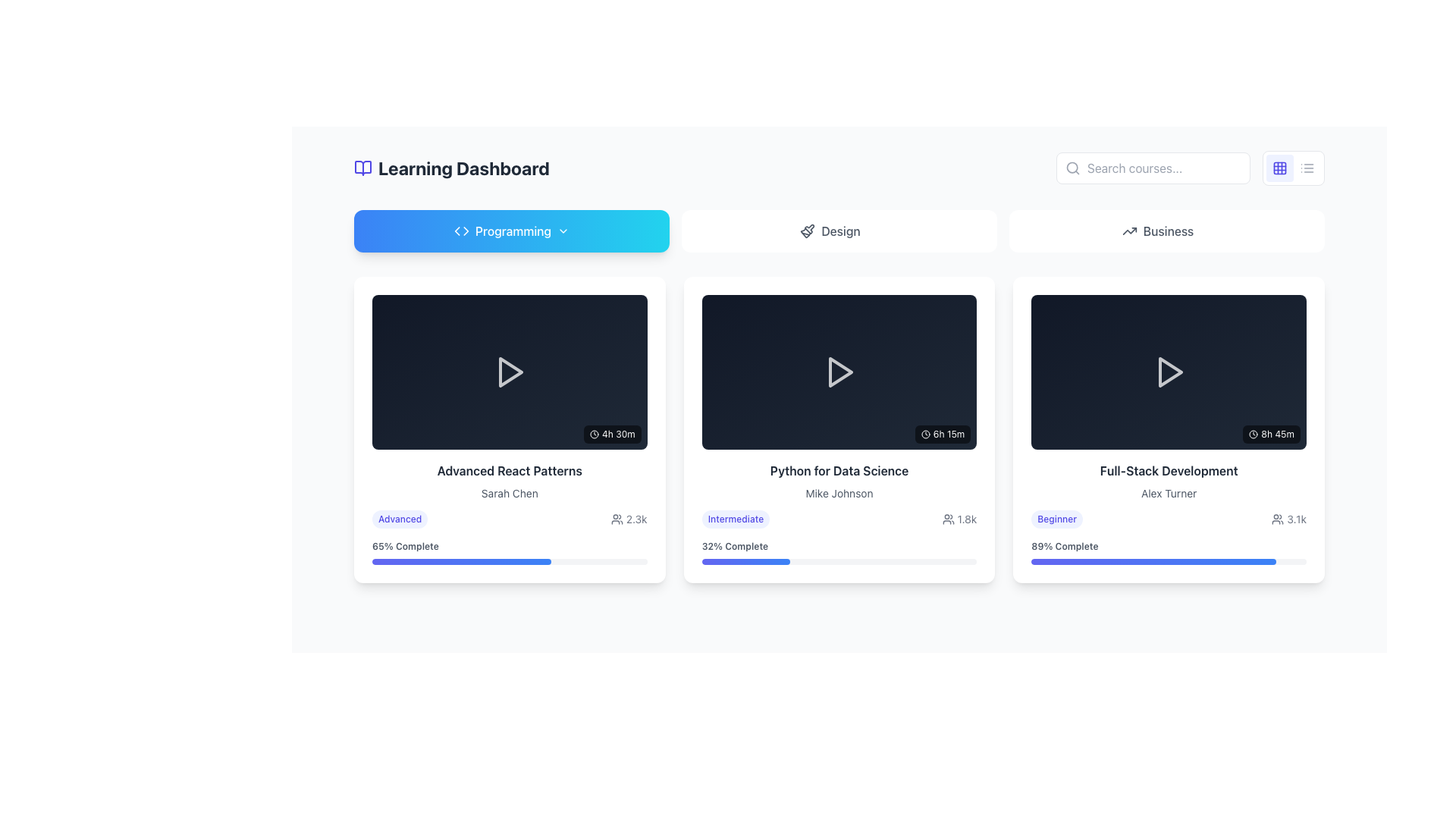 The width and height of the screenshot is (1456, 819). Describe the element at coordinates (808, 229) in the screenshot. I see `the paintbrush icon in the top navigation menu, which signifies the 'Design' category, located between the 'Programming' and 'Business' sections` at that location.